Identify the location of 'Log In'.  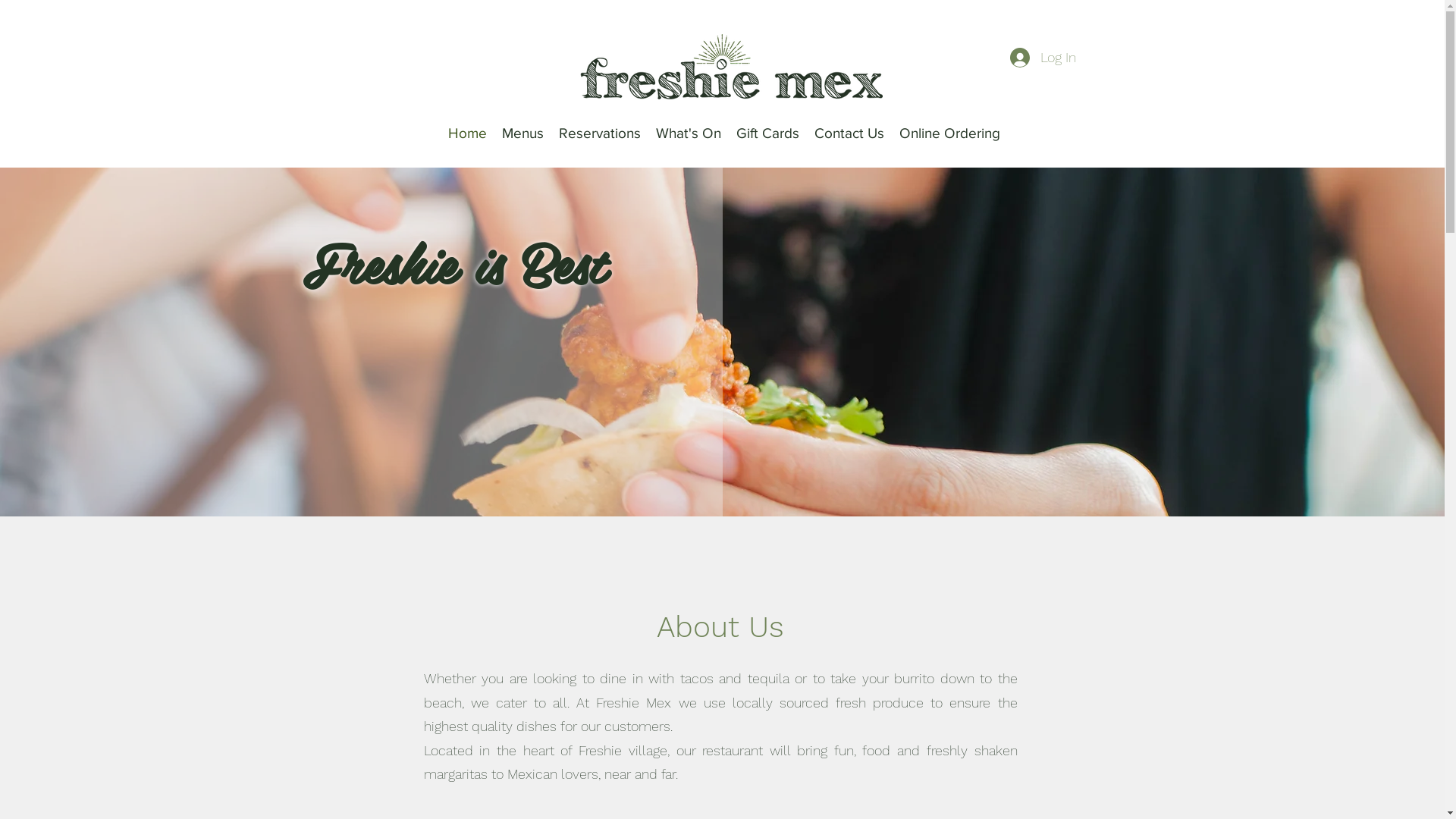
(1042, 57).